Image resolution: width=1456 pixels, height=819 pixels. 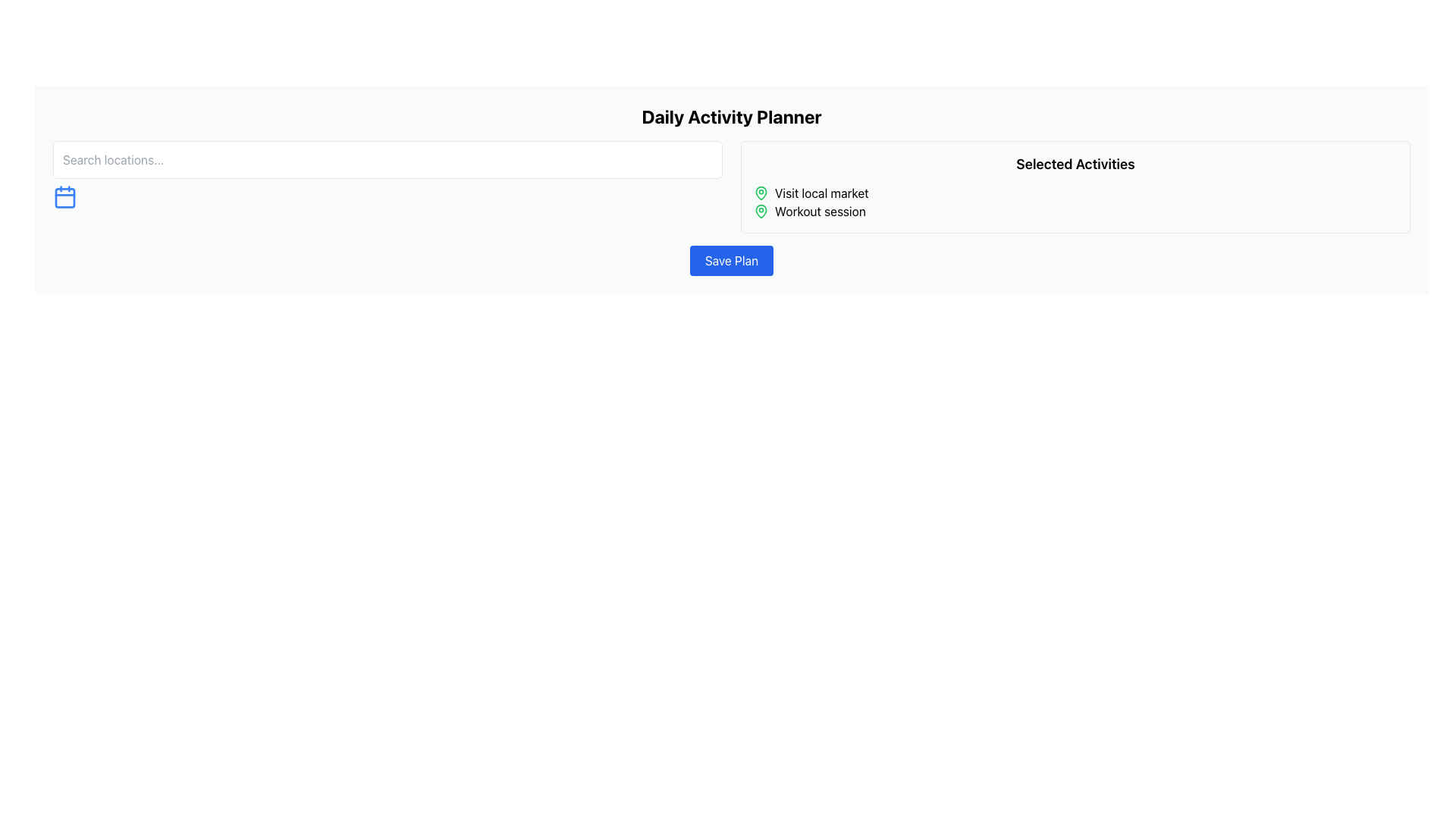 I want to click on the Text Label that serves as a header for the section dedicated to selected activities, located on the upper-right side of the interface, so click(x=1075, y=164).